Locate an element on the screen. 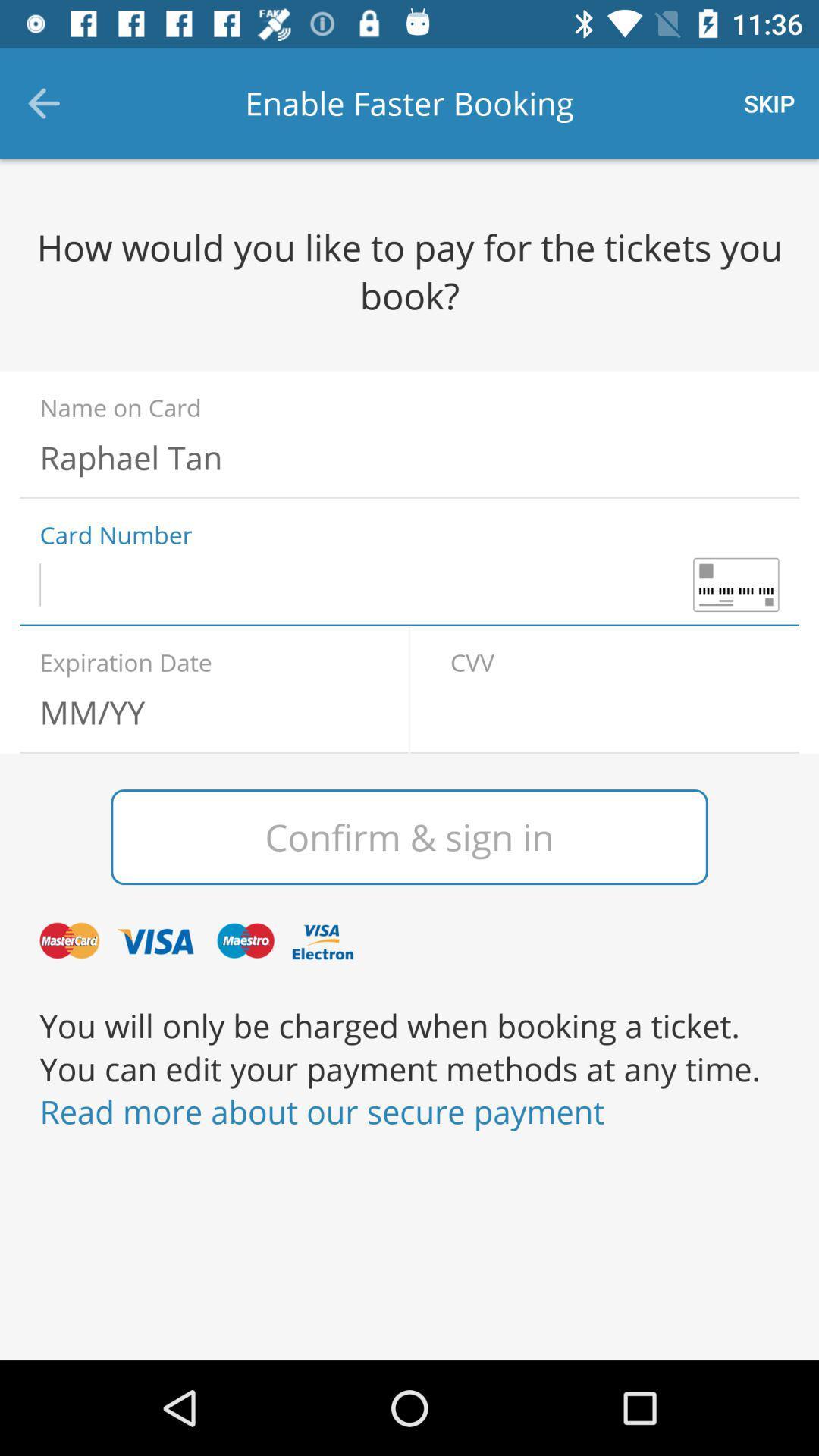 This screenshot has height=1456, width=819. card number is located at coordinates (409, 584).